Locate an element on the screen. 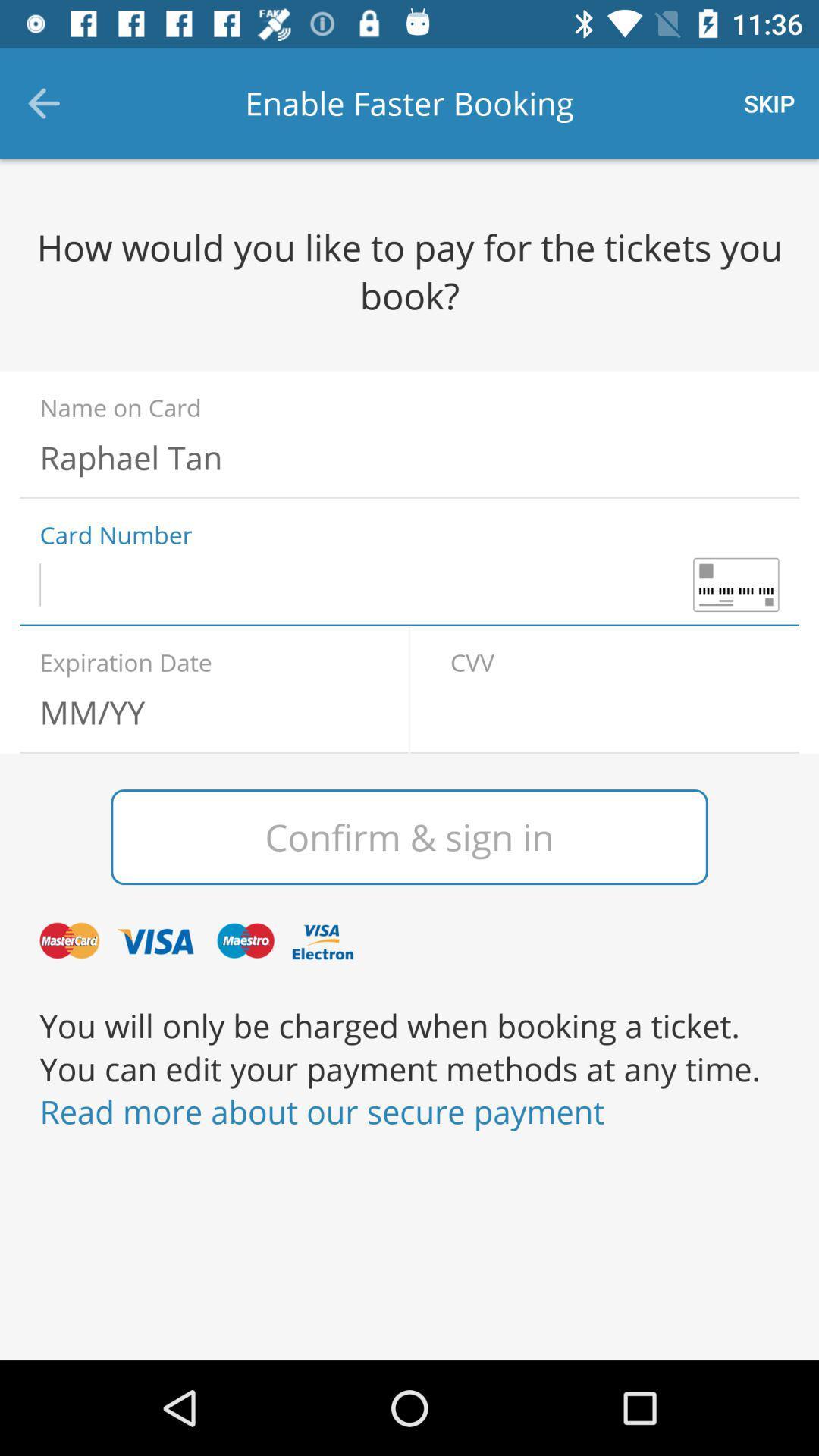 This screenshot has height=1456, width=819. card number is located at coordinates (409, 584).